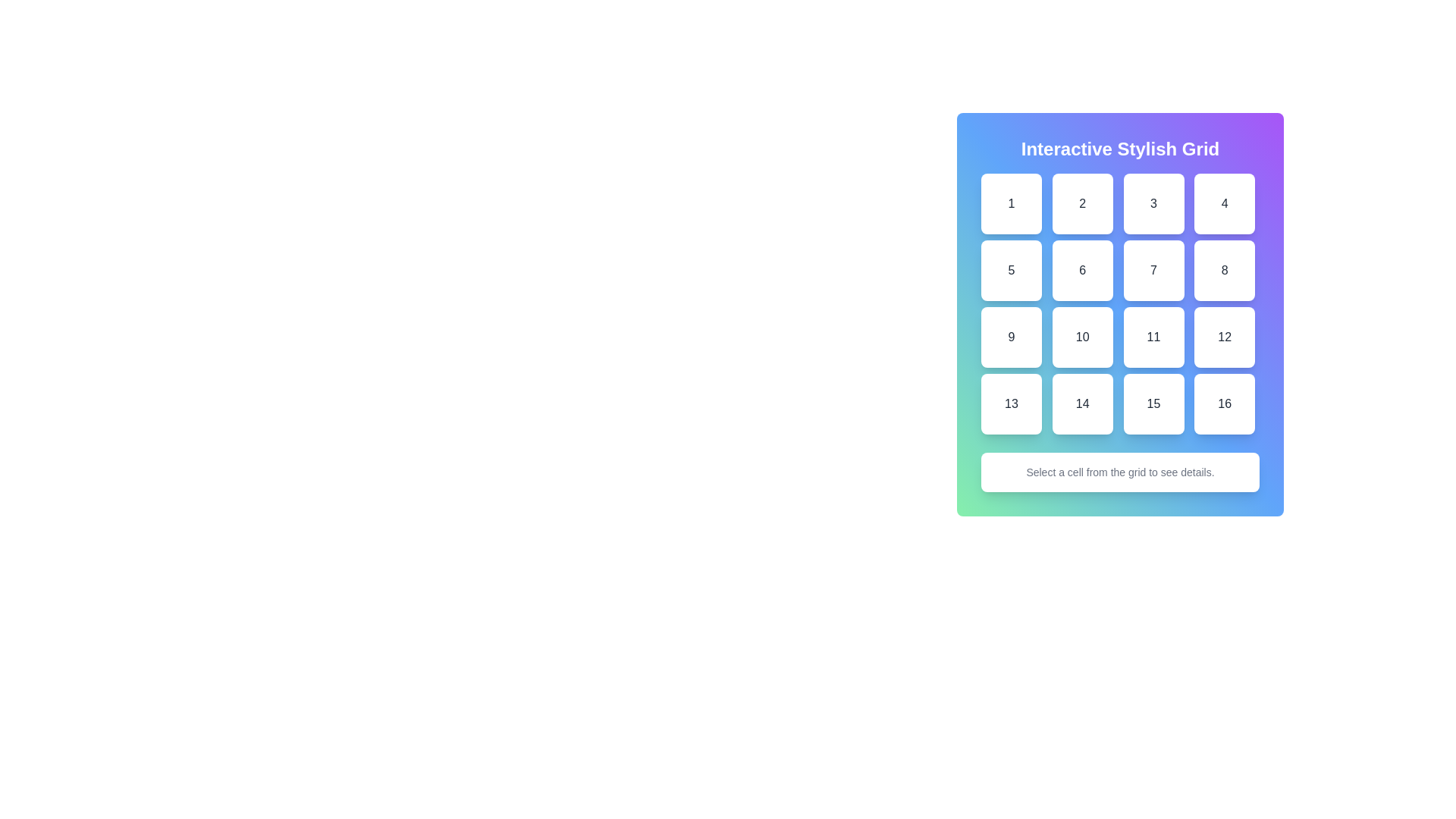  Describe the element at coordinates (1120, 304) in the screenshot. I see `a cell` at that location.